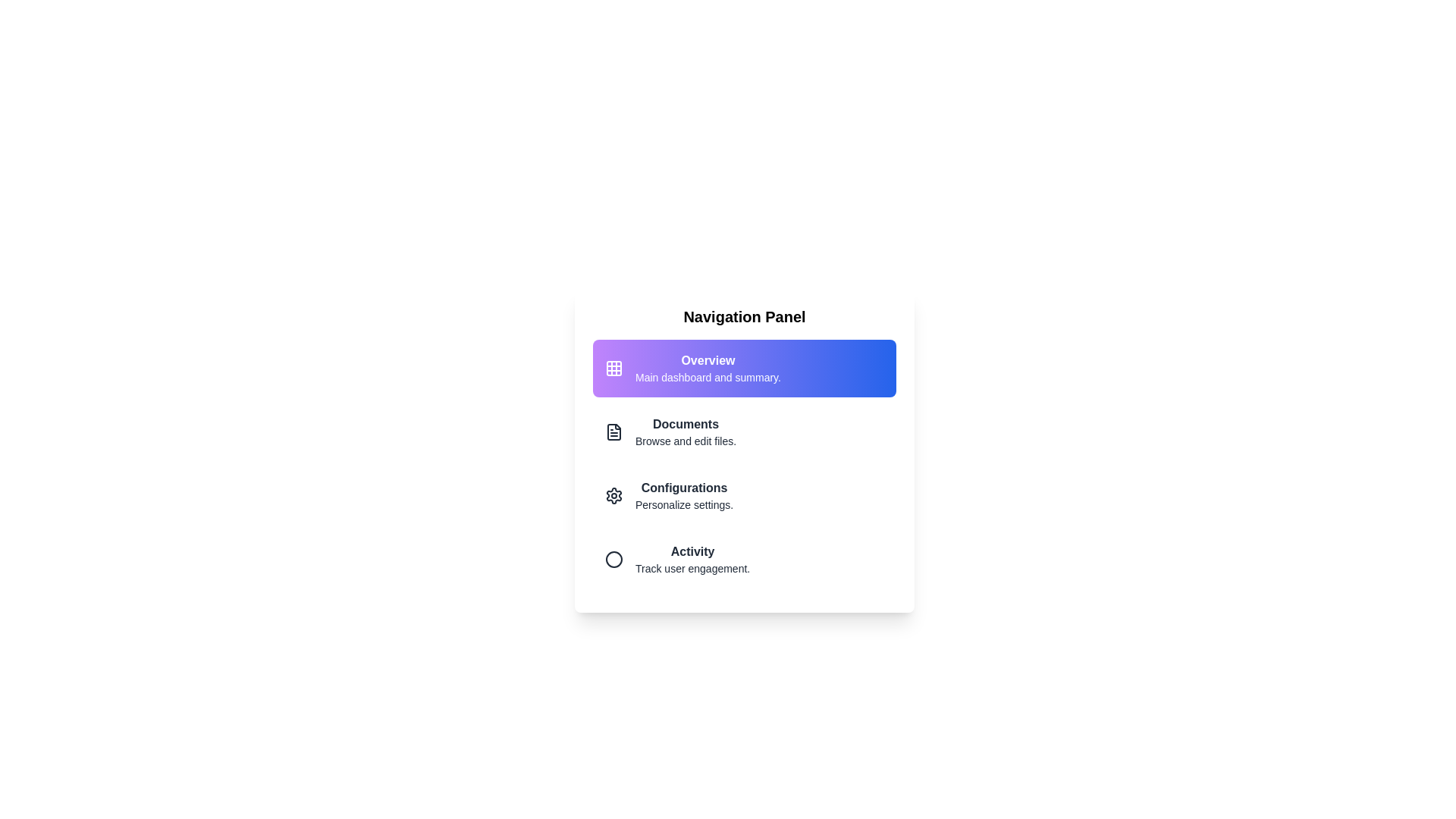  I want to click on the menu section corresponding to Activity, so click(745, 559).